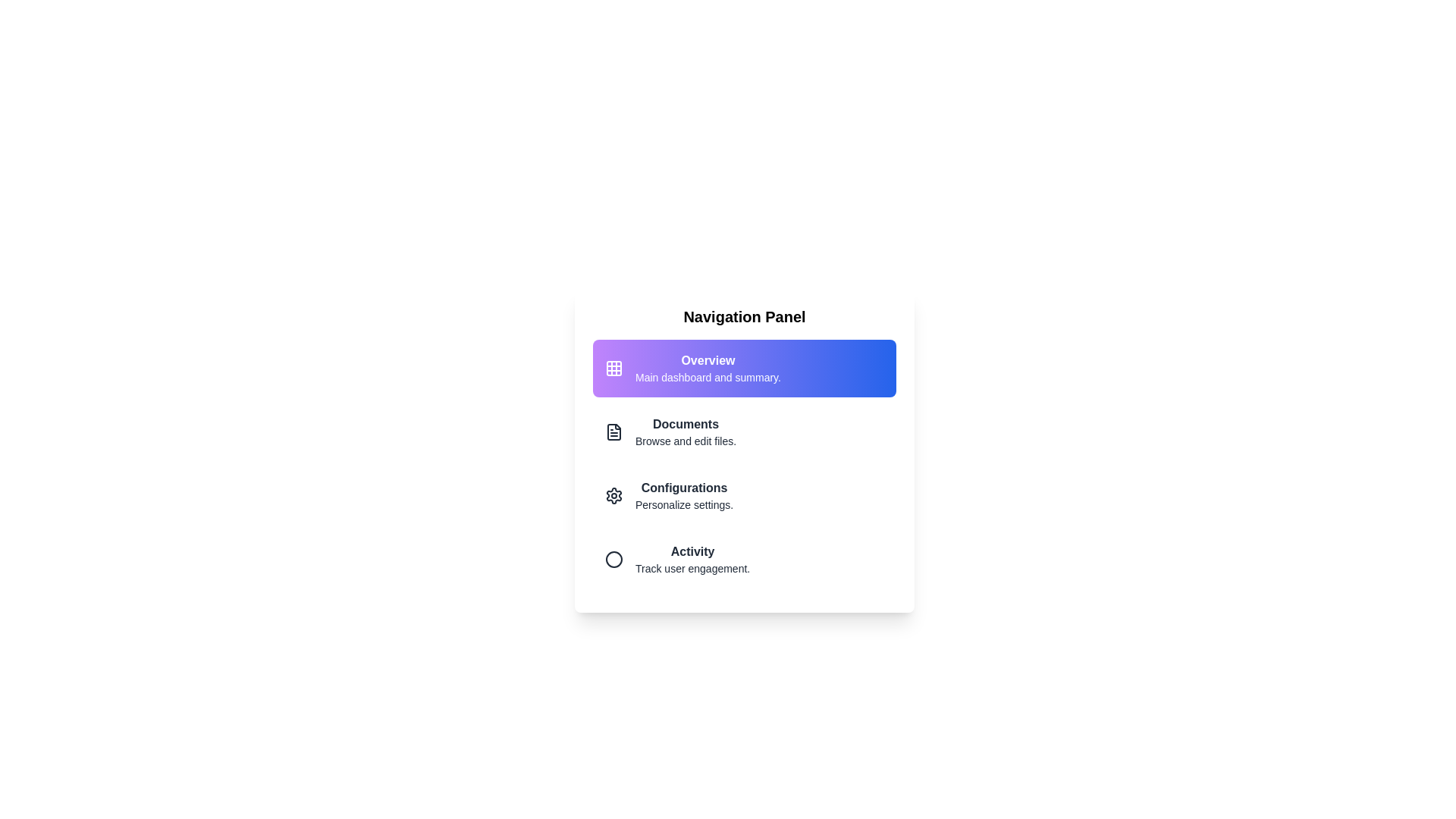  I want to click on the menu section corresponding to Activity, so click(745, 559).